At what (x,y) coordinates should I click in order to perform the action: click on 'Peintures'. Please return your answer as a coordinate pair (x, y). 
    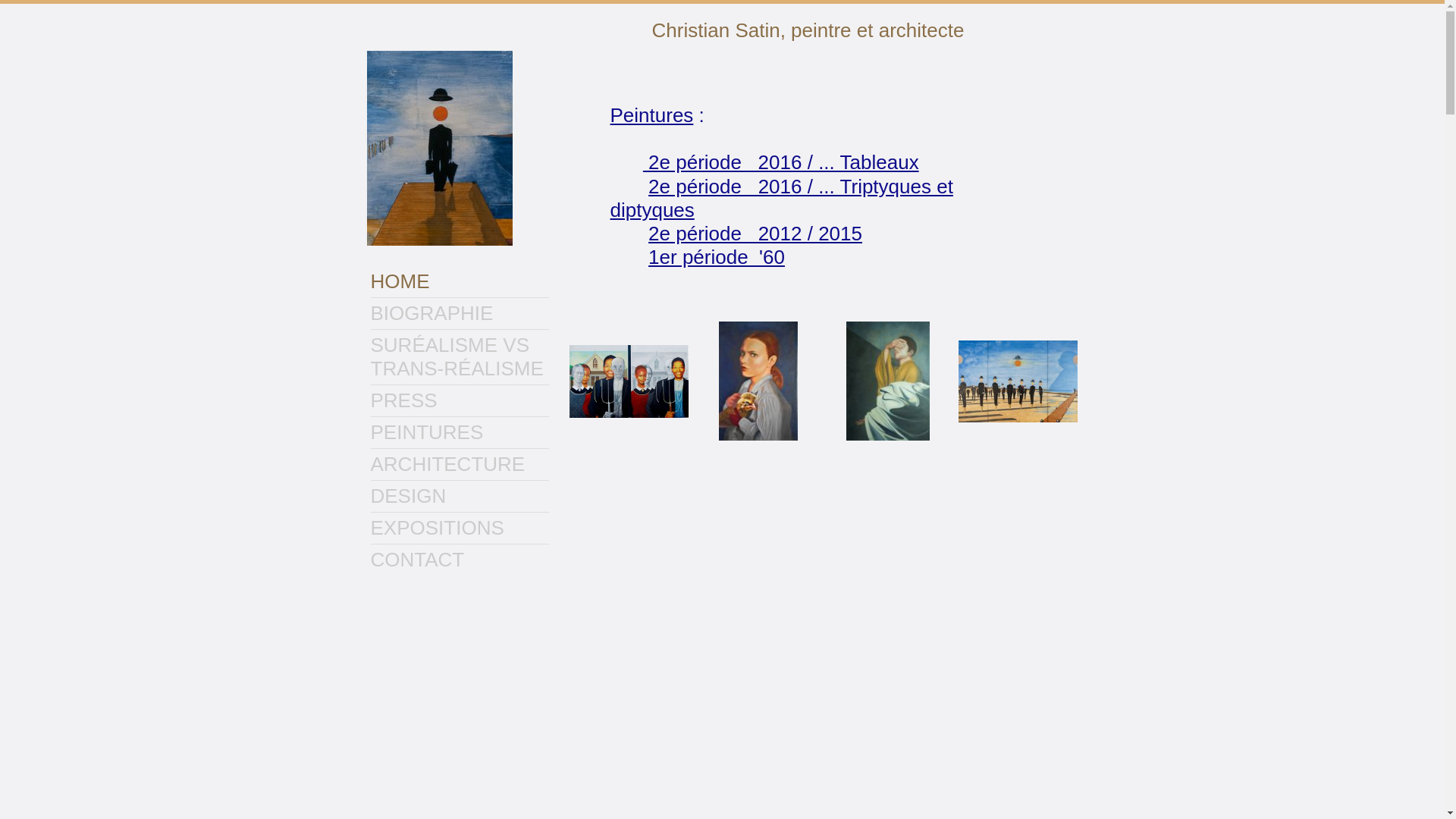
    Looking at the image, I should click on (651, 114).